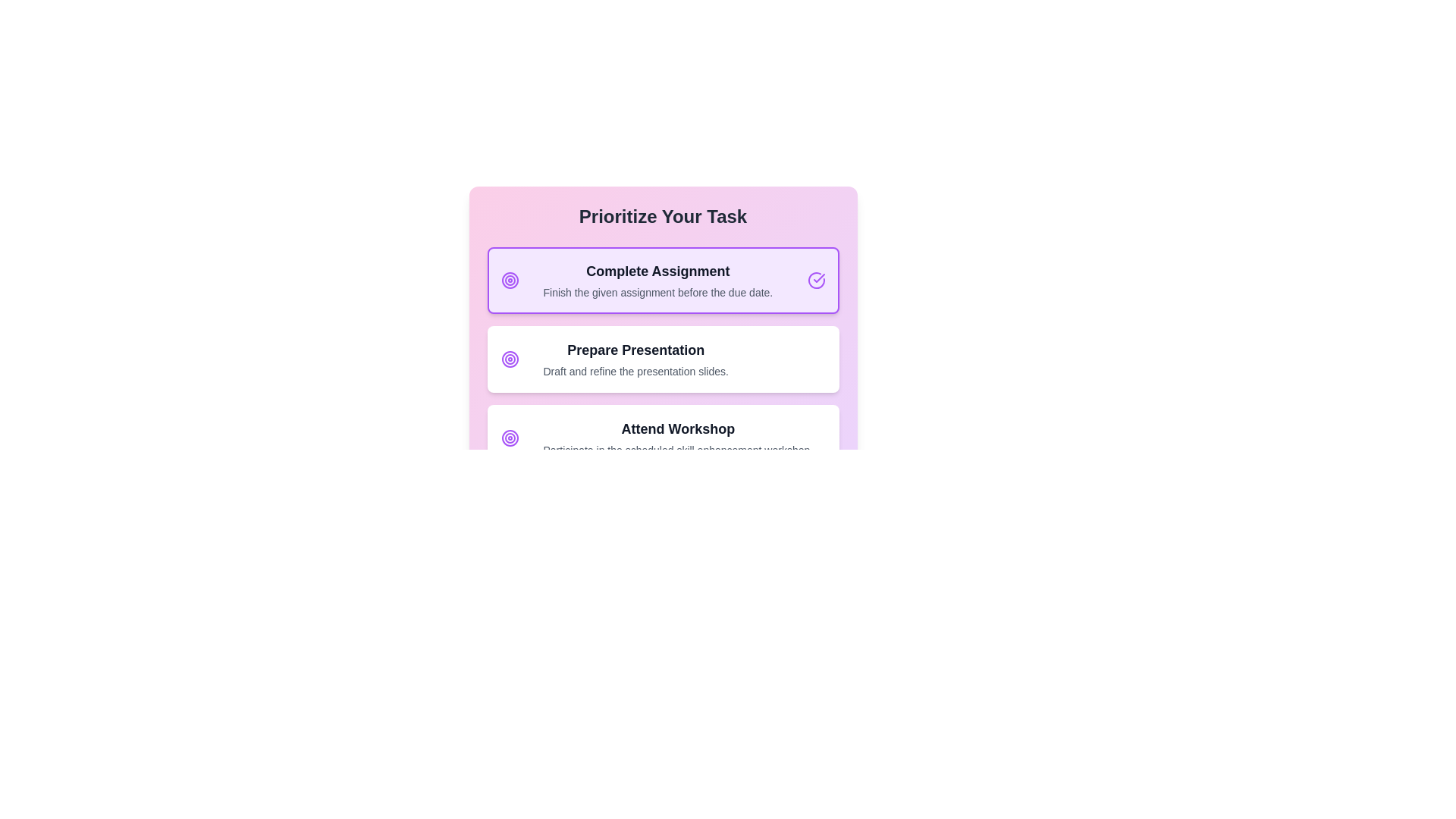 The image size is (1456, 819). I want to click on the circular purple icon with concentric rings, which is the first item in the left side of the task labeled 'Prepare Presentation', so click(510, 359).